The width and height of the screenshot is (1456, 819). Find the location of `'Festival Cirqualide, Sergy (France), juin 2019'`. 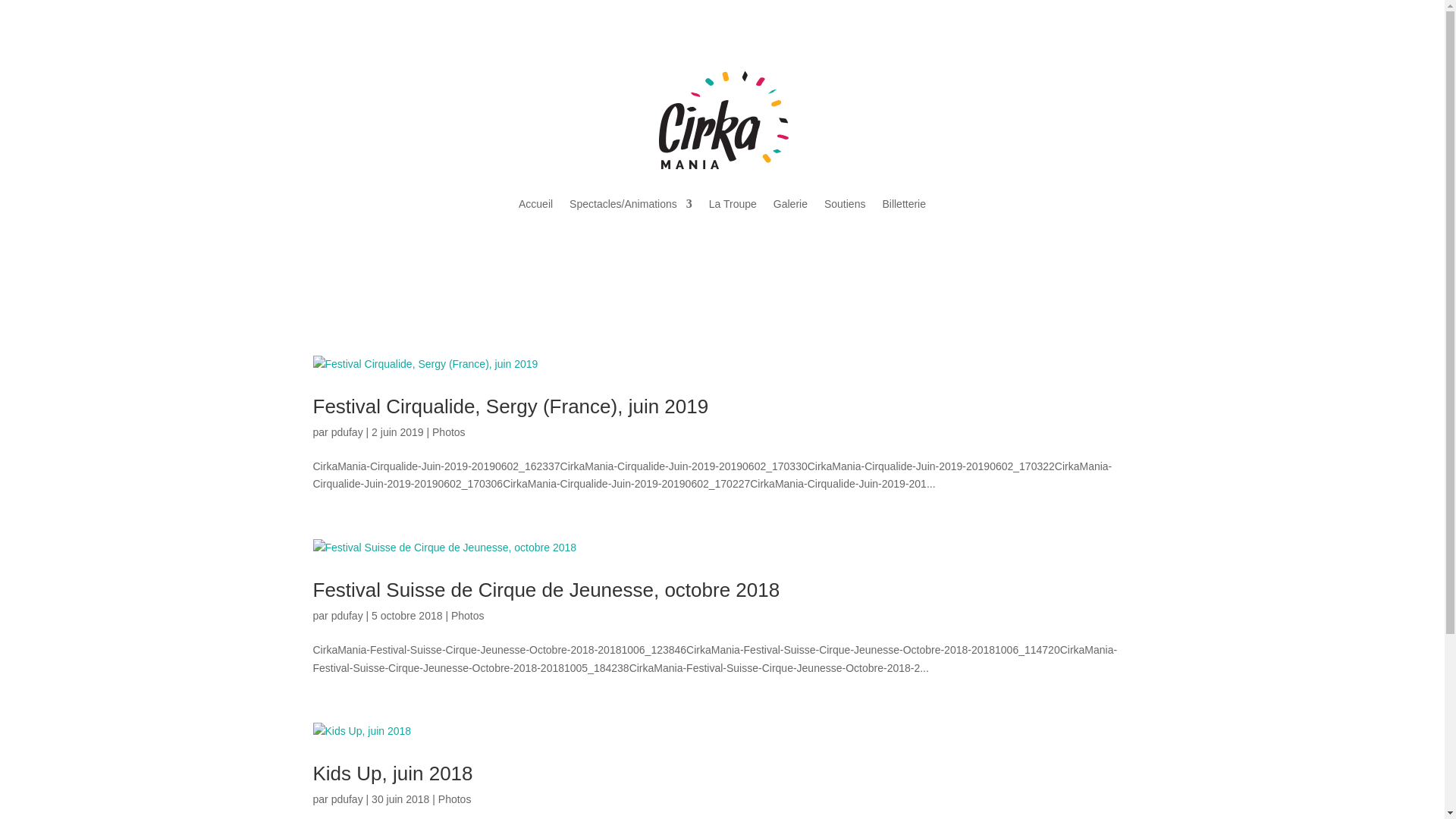

'Festival Cirqualide, Sergy (France), juin 2019' is located at coordinates (510, 406).